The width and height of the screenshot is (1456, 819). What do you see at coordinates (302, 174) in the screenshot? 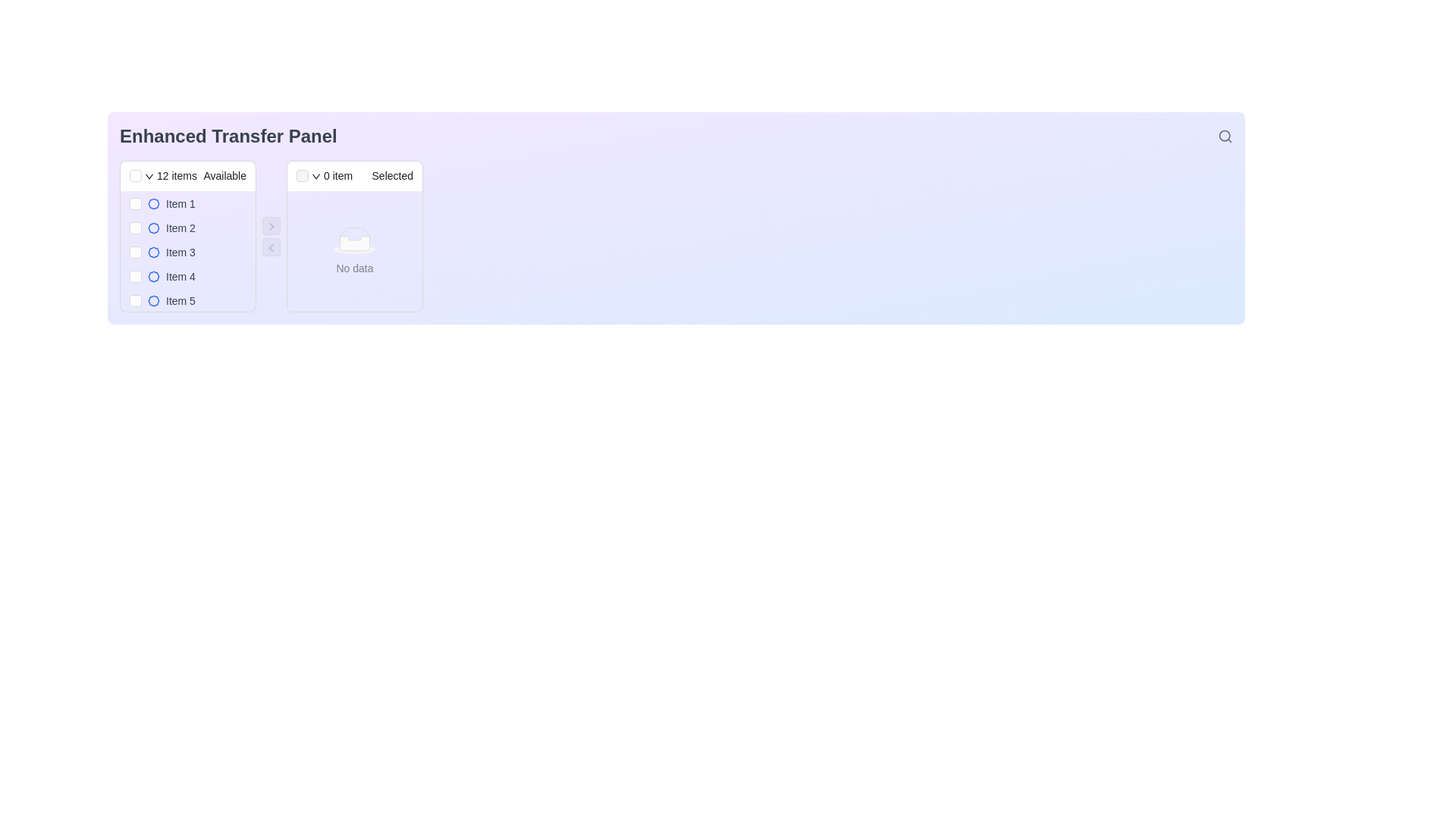
I see `the disabled checkbox located in the header of the 'Selected' list, which is positioned leftmost before the '0 item Selected' text` at bounding box center [302, 174].